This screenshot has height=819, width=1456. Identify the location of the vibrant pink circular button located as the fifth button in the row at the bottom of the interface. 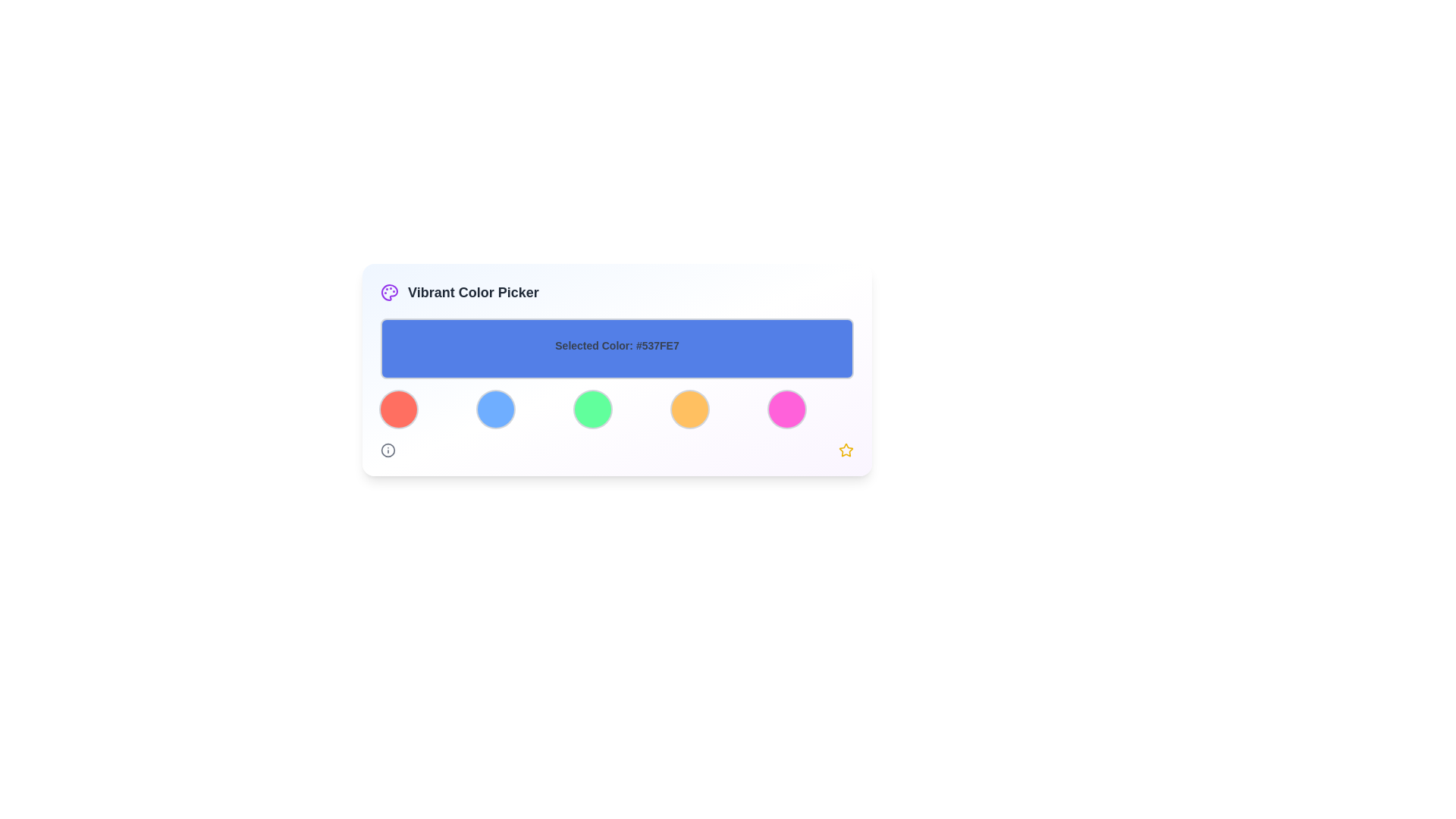
(786, 409).